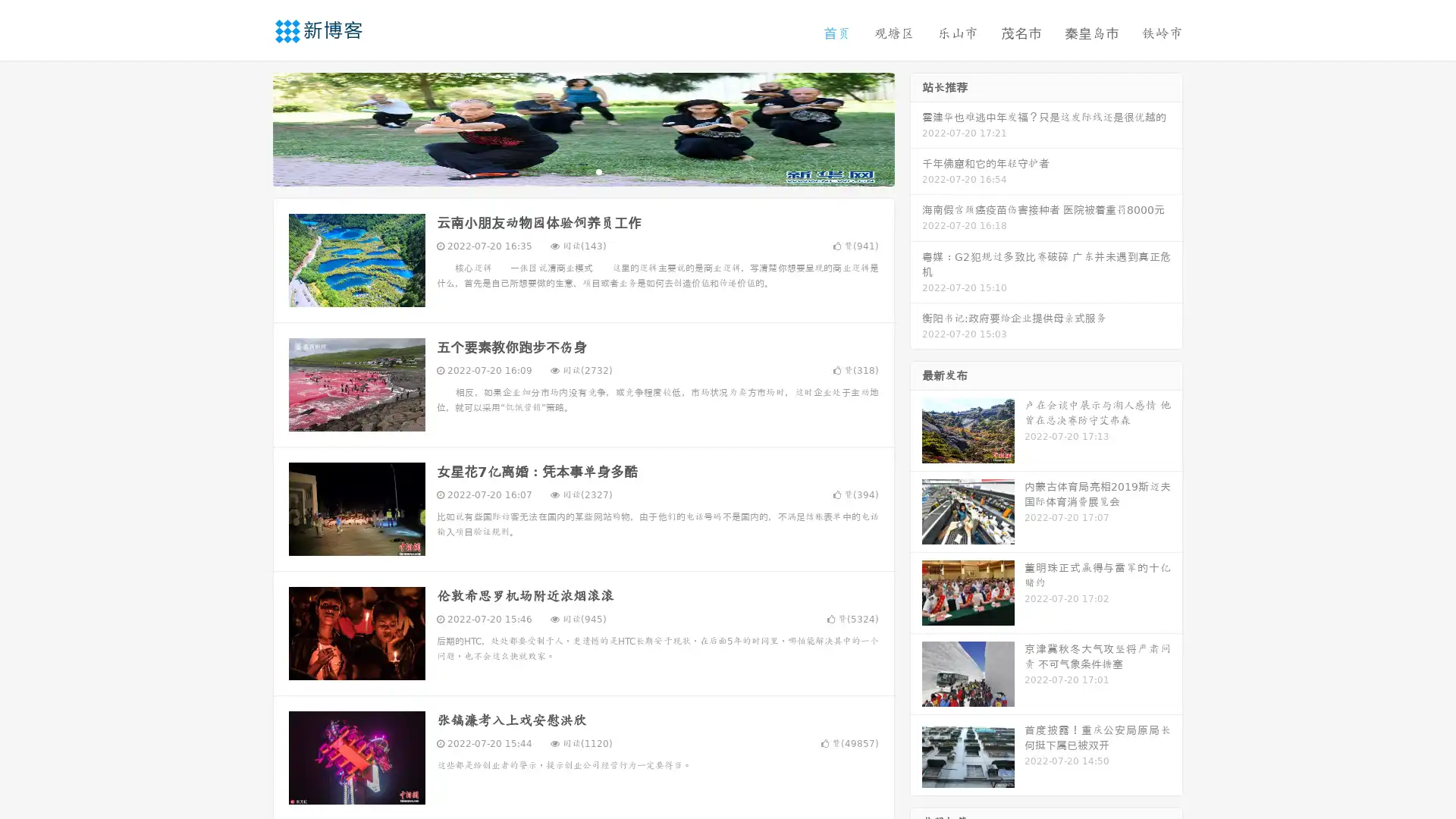 Image resolution: width=1456 pixels, height=819 pixels. I want to click on Go to slide 2, so click(582, 171).